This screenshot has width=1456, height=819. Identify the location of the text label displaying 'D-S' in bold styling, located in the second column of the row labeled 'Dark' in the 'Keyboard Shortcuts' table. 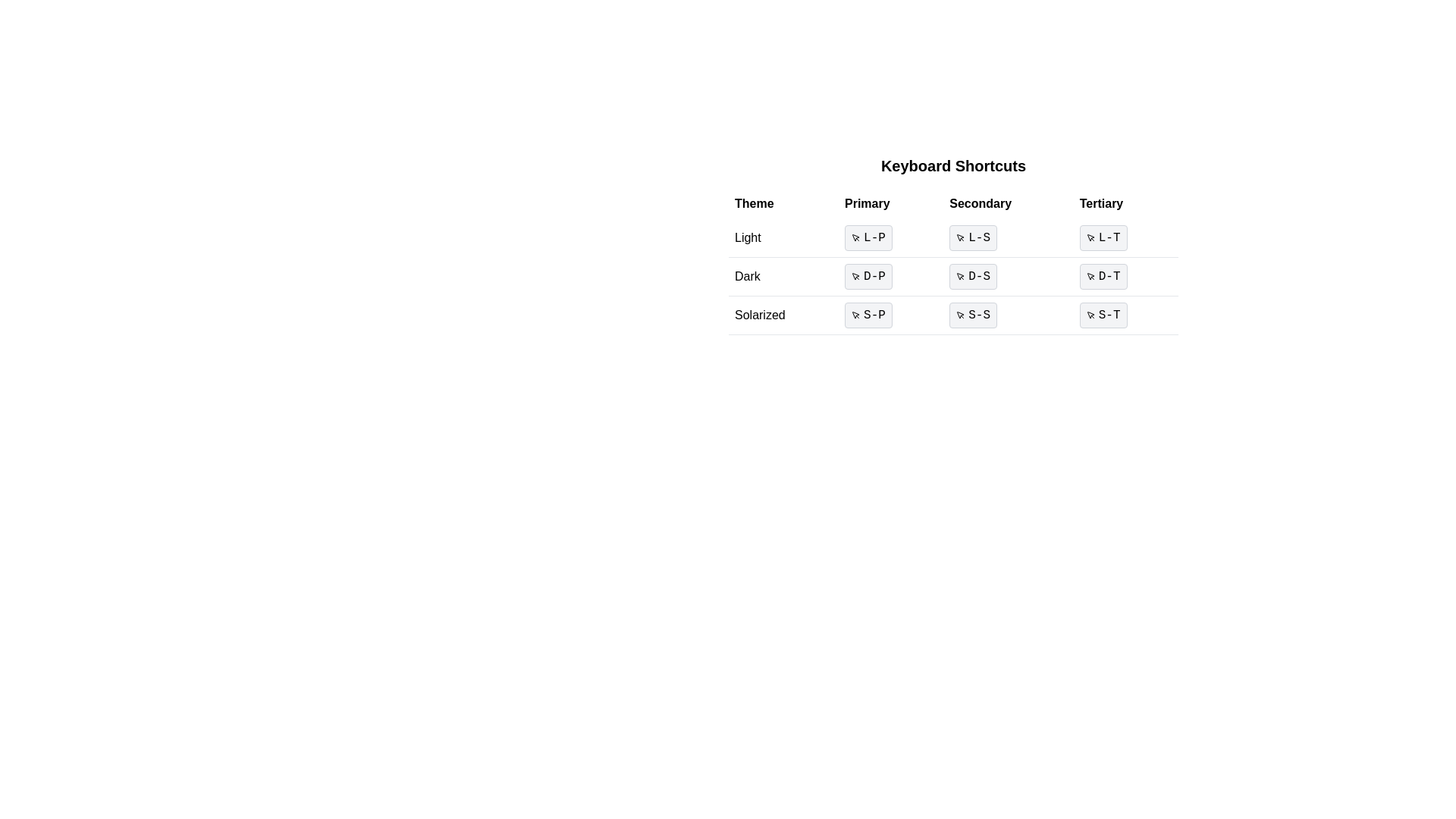
(979, 277).